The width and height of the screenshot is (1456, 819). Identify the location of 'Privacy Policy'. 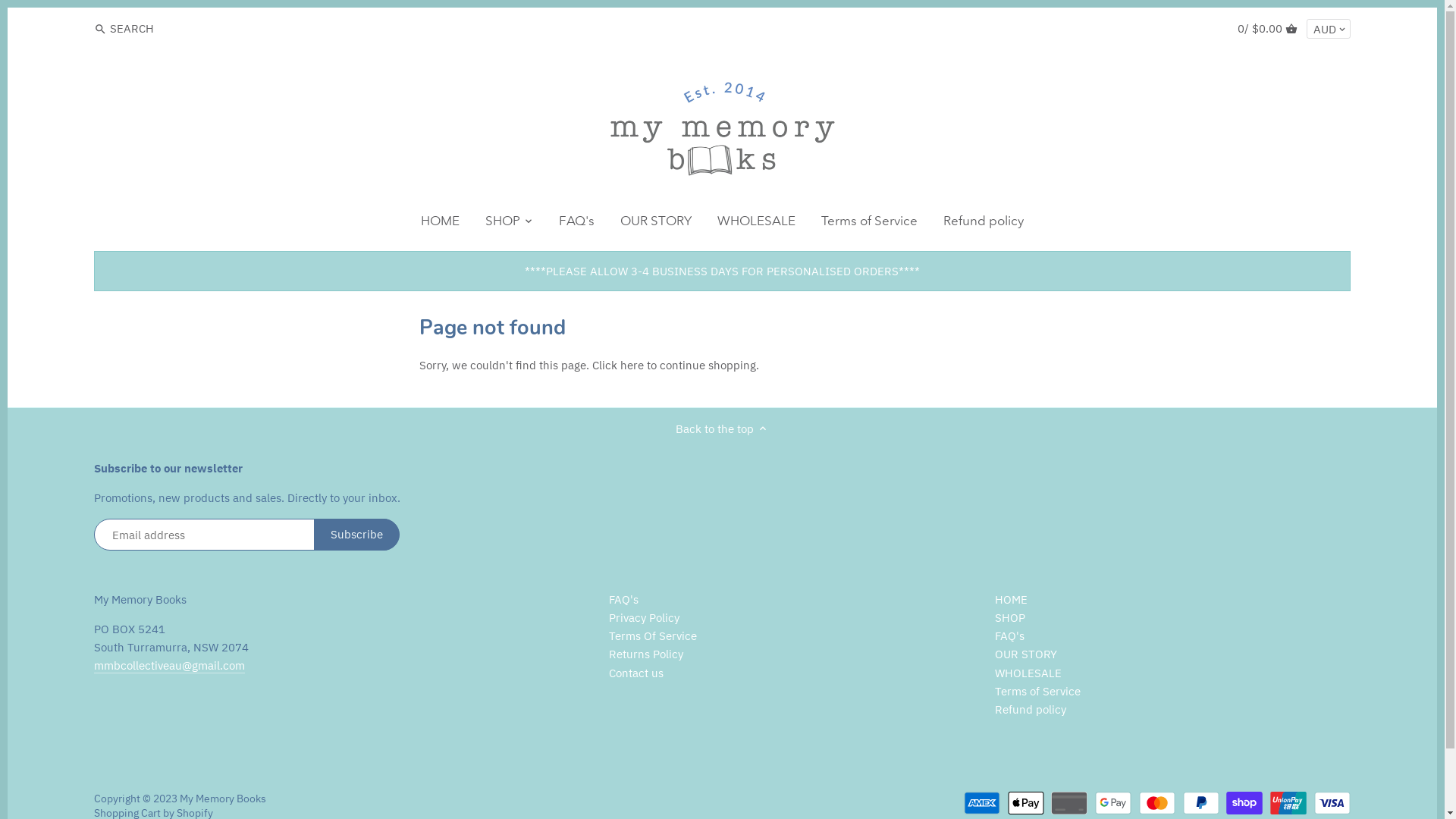
(644, 617).